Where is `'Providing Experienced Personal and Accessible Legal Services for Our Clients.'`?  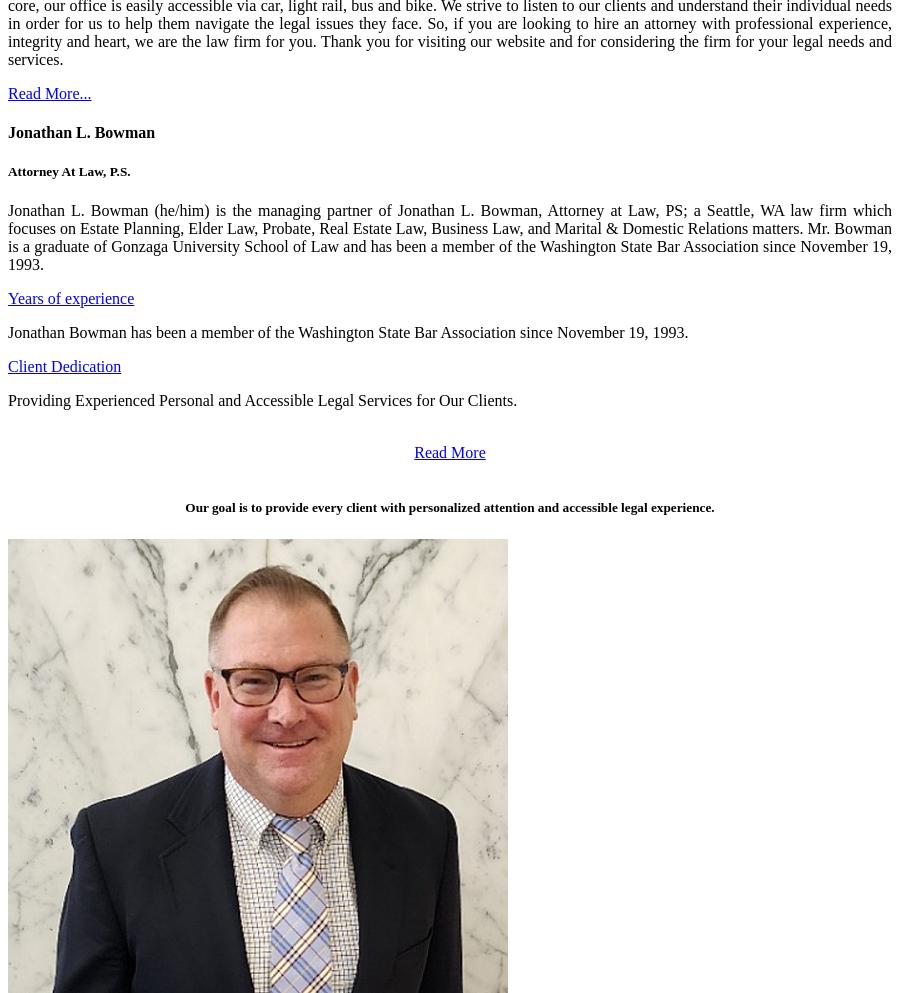
'Providing Experienced Personal and Accessible Legal Services for Our Clients.' is located at coordinates (261, 399).